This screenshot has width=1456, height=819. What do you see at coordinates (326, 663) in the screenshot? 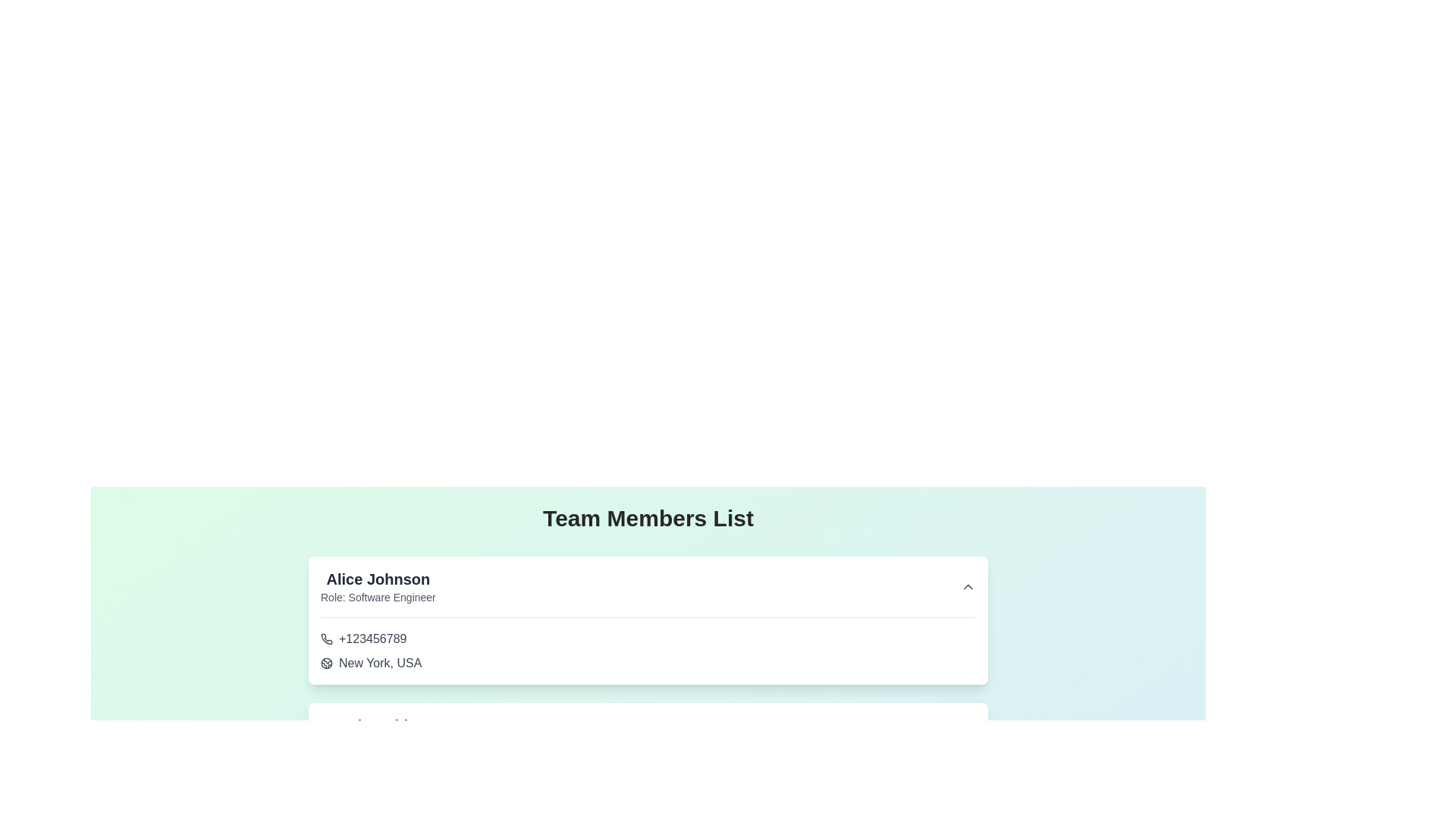
I see `the globe-shaped icon located to the left of the text 'New York, USA'` at bounding box center [326, 663].